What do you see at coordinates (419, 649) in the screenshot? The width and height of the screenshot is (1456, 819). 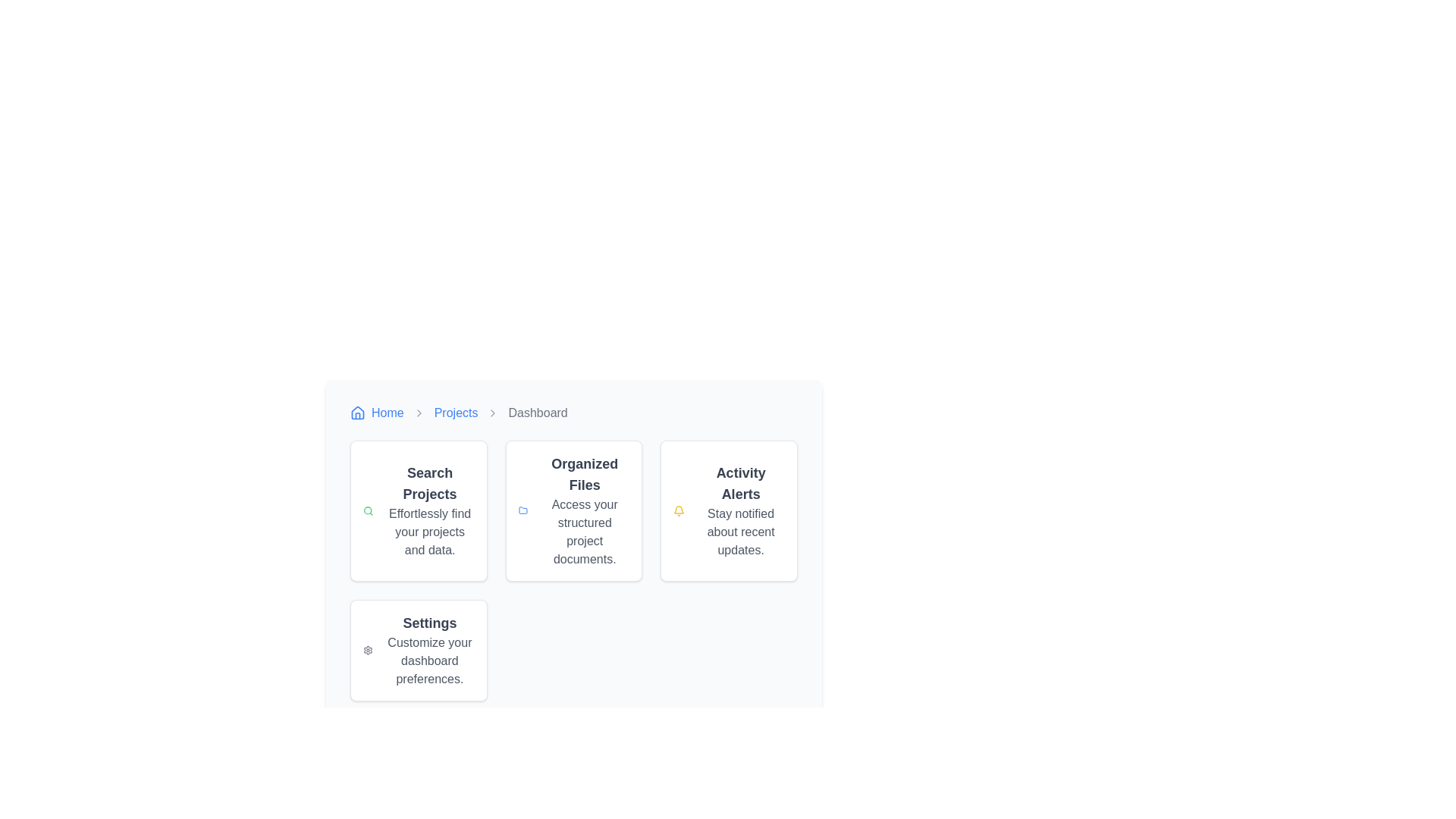 I see `the 'Settings' informational card located in the bottom-left position of the grid layout to interpret the information` at bounding box center [419, 649].